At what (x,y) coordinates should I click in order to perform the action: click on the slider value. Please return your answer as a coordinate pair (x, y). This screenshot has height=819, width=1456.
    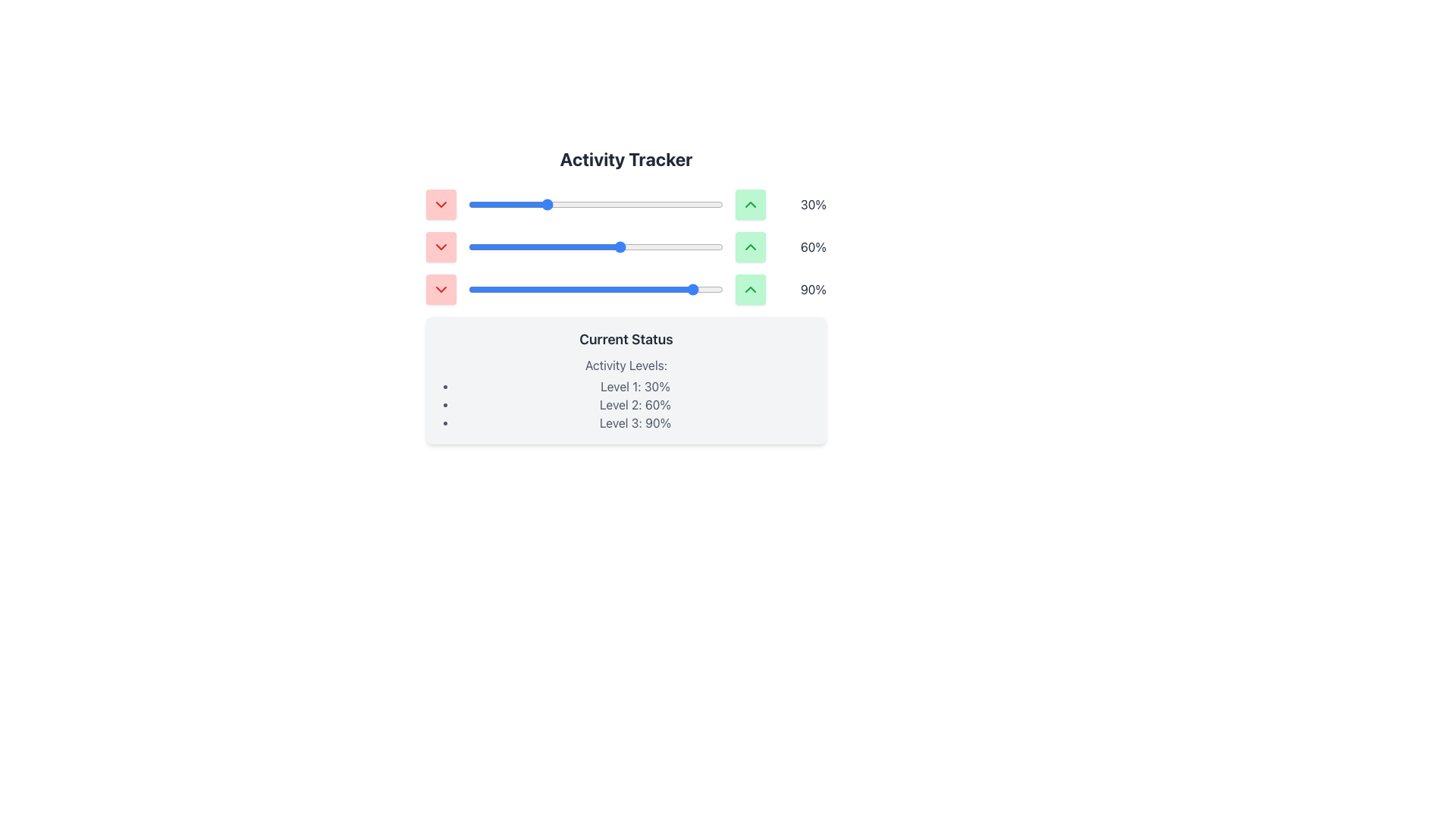
    Looking at the image, I should click on (560, 289).